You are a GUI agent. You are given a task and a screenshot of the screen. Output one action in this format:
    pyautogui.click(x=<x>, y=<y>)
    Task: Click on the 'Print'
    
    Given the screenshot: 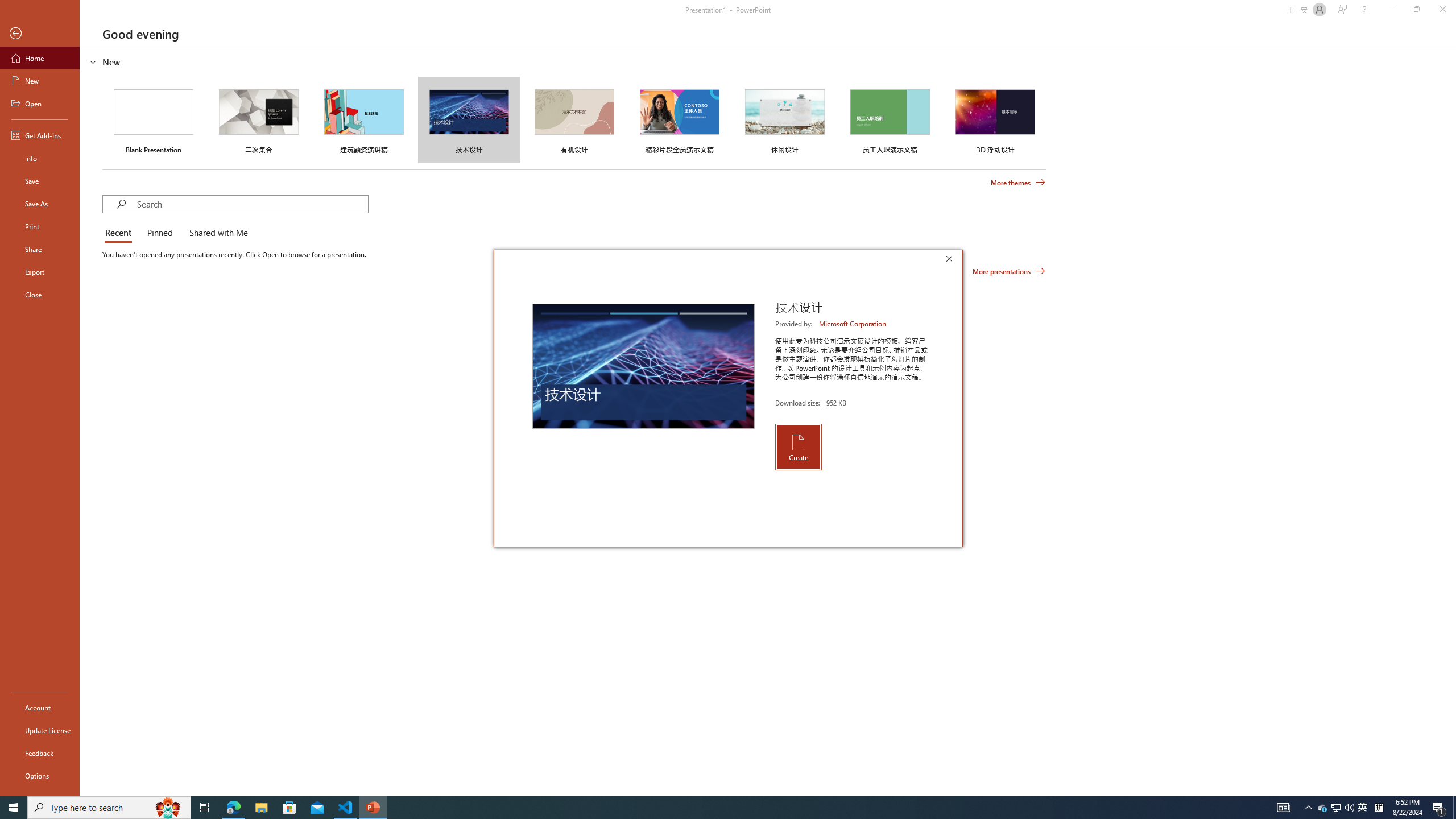 What is the action you would take?
    pyautogui.click(x=39, y=226)
    